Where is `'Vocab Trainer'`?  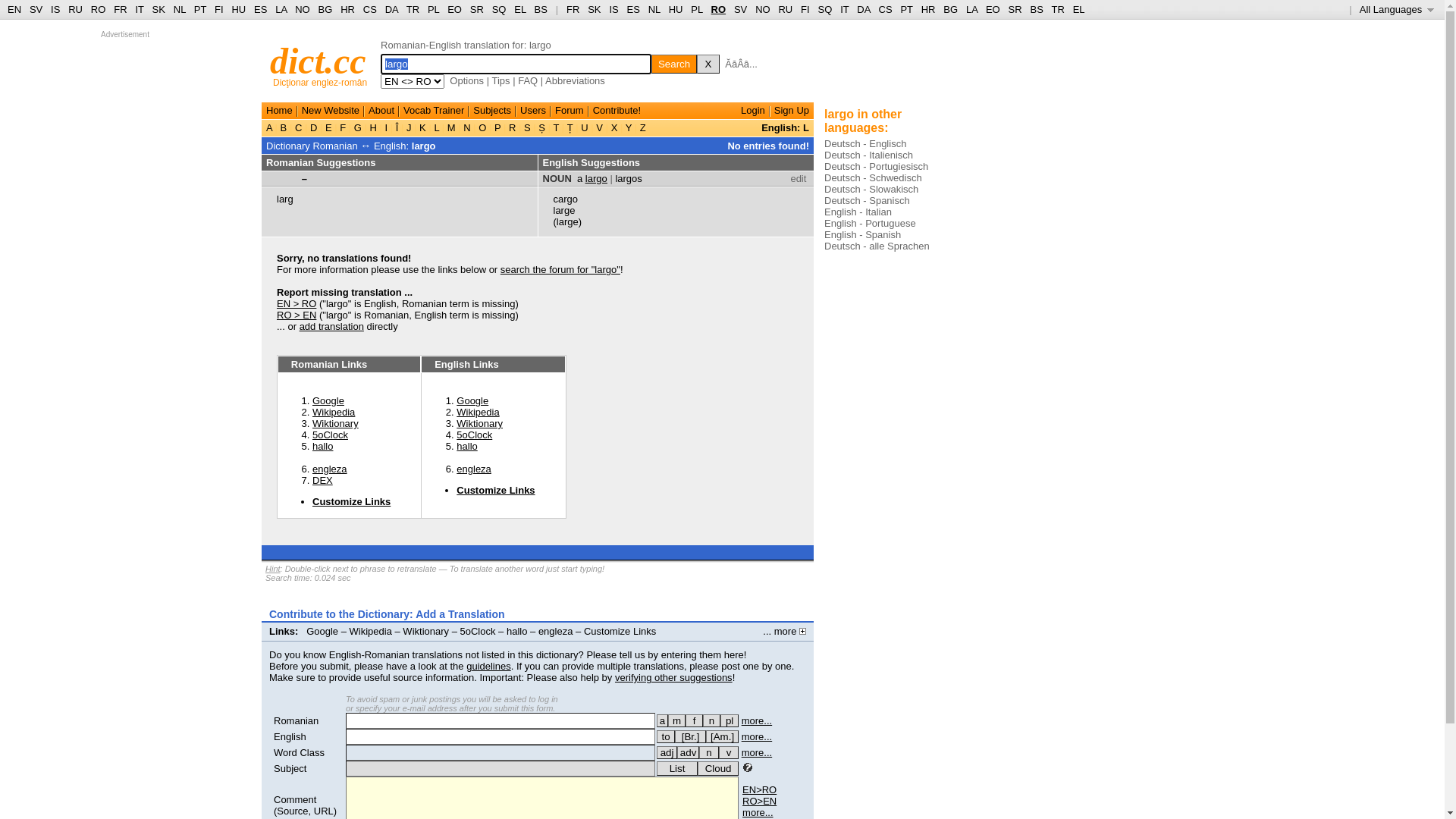
'Vocab Trainer' is located at coordinates (432, 109).